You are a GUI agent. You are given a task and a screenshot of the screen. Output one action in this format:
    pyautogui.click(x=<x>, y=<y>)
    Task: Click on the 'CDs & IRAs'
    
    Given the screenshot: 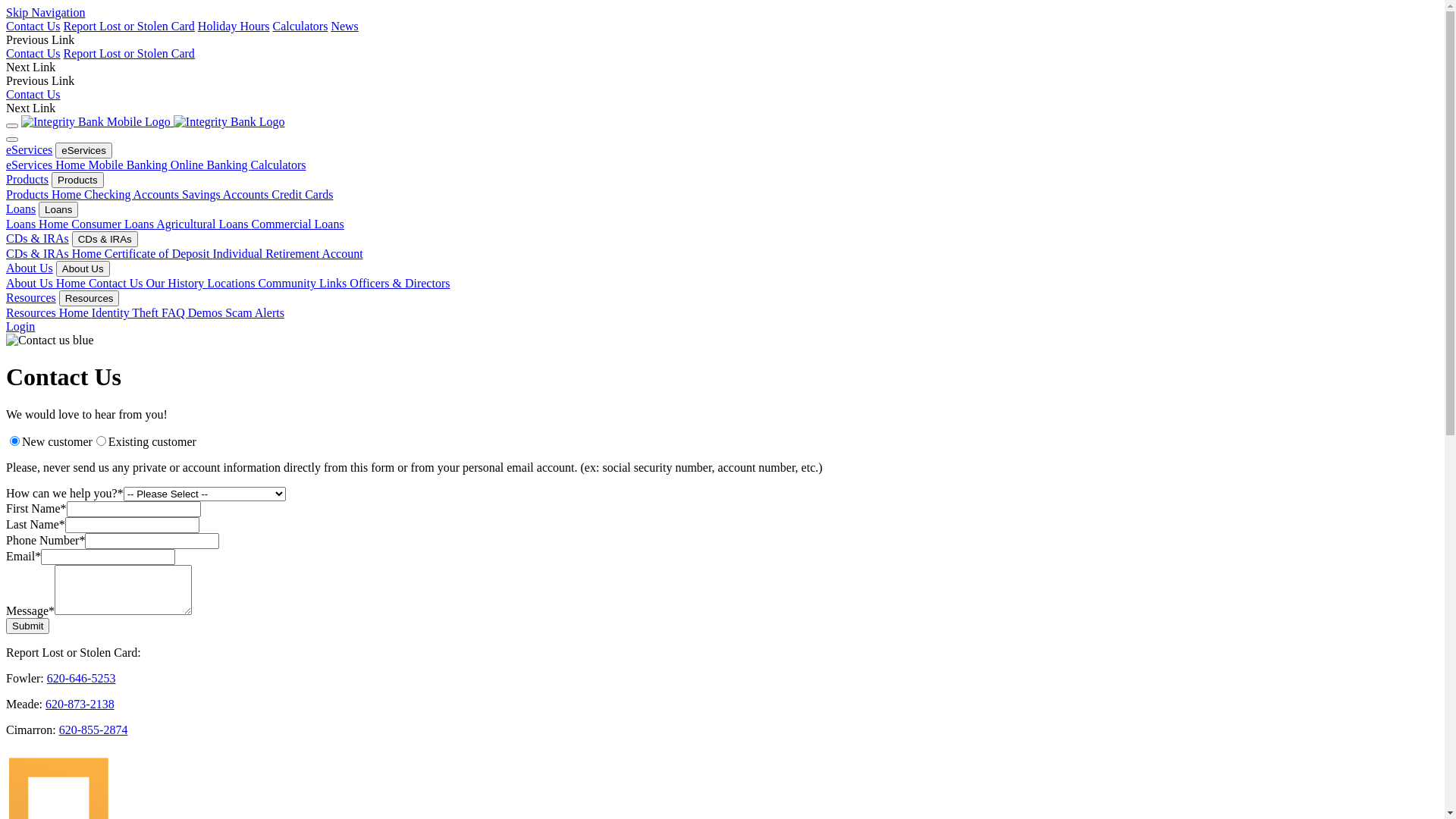 What is the action you would take?
    pyautogui.click(x=104, y=239)
    